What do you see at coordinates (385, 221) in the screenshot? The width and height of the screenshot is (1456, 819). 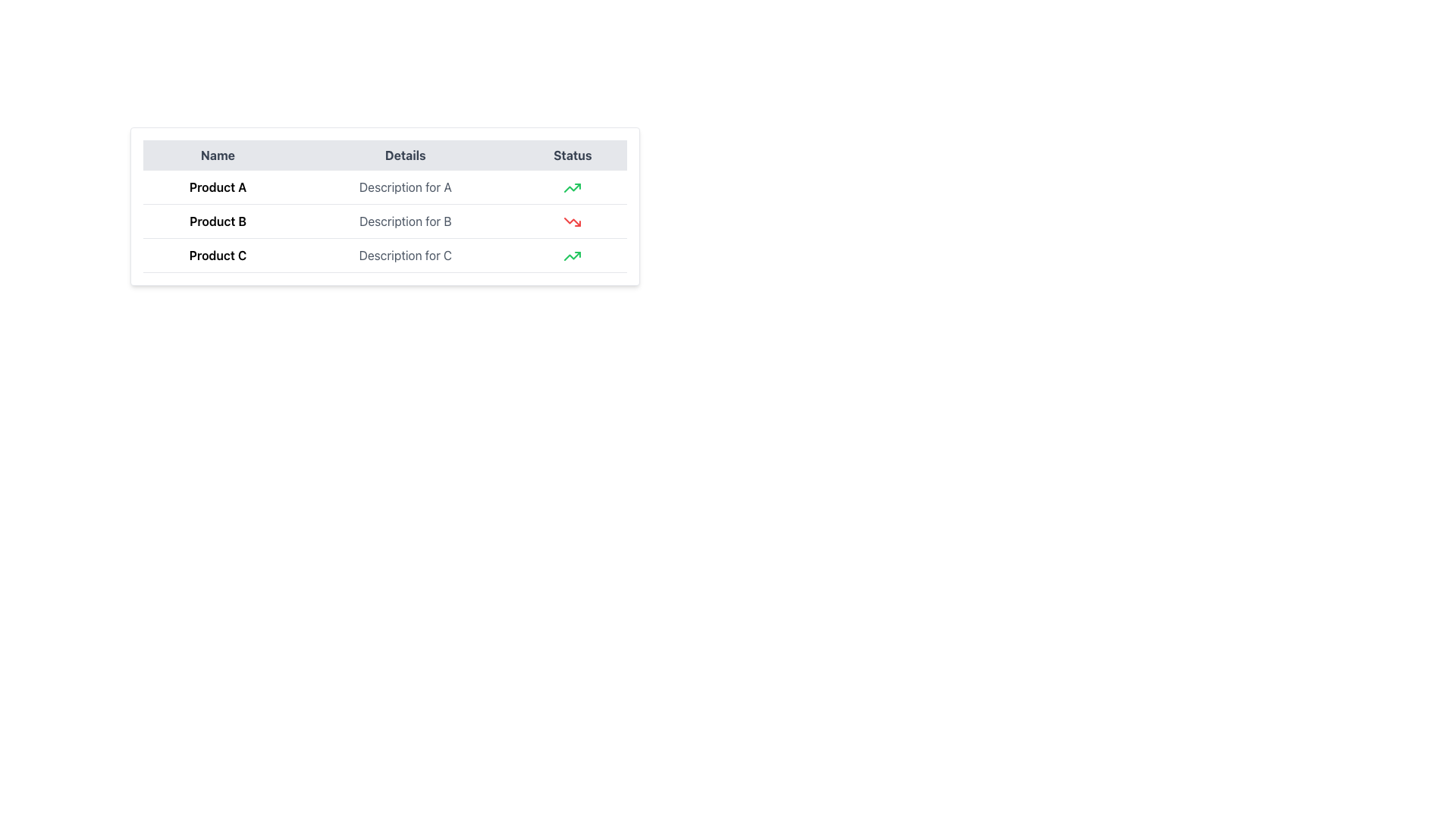 I see `text content of the second row in the product information table, which includes 'Product B', 'Description for B', and a red downward-trending arrow icon` at bounding box center [385, 221].